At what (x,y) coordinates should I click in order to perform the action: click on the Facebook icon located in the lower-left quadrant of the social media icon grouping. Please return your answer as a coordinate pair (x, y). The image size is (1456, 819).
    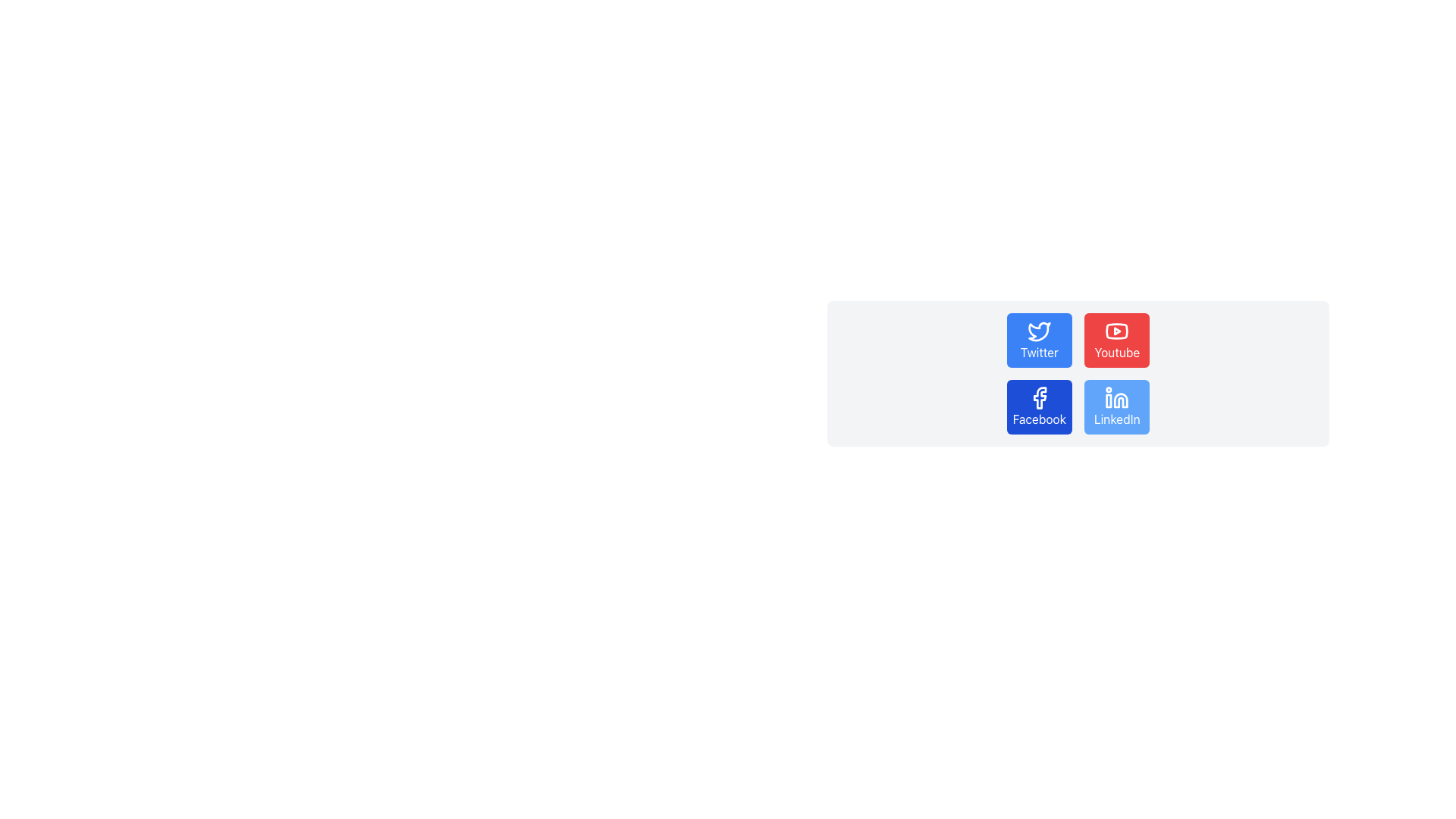
    Looking at the image, I should click on (1038, 397).